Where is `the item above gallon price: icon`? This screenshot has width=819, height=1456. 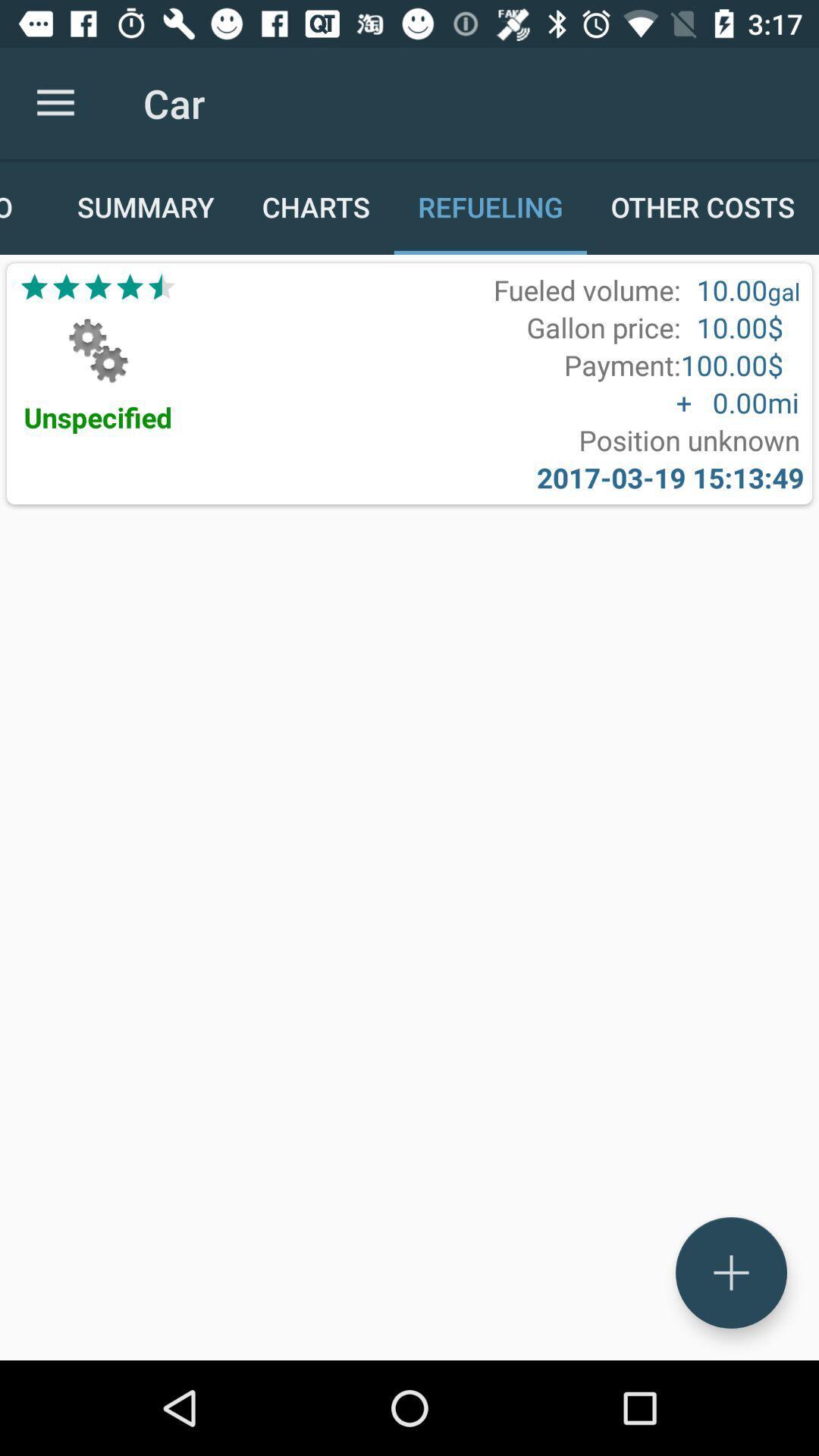
the item above gallon price: icon is located at coordinates (586, 290).